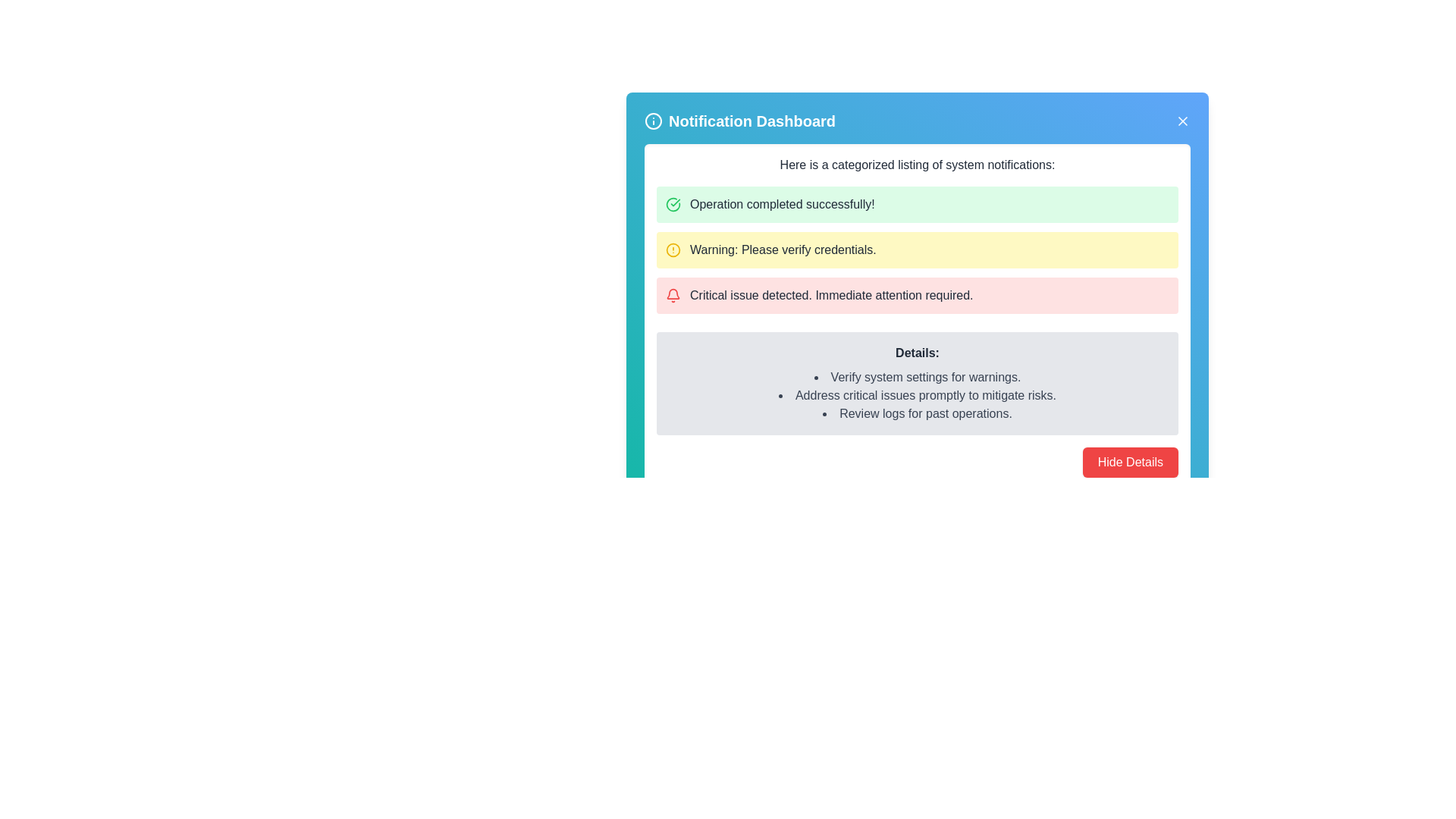  What do you see at coordinates (752, 120) in the screenshot?
I see `the title text 'Notification Dashboard', which is styled in bold and large font, displayed in white on a blue background, located at the top center of the UI` at bounding box center [752, 120].